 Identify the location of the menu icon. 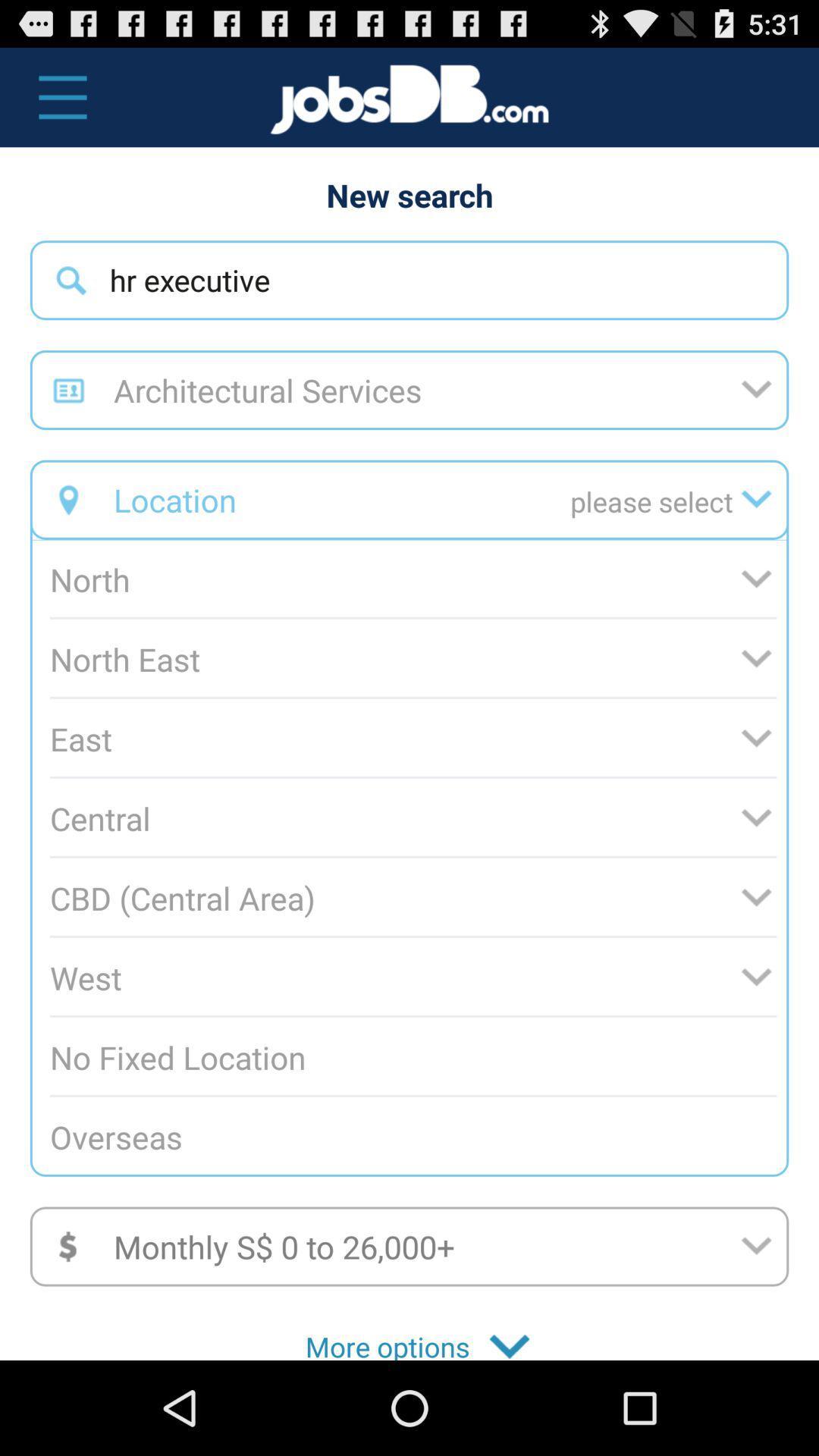
(54, 104).